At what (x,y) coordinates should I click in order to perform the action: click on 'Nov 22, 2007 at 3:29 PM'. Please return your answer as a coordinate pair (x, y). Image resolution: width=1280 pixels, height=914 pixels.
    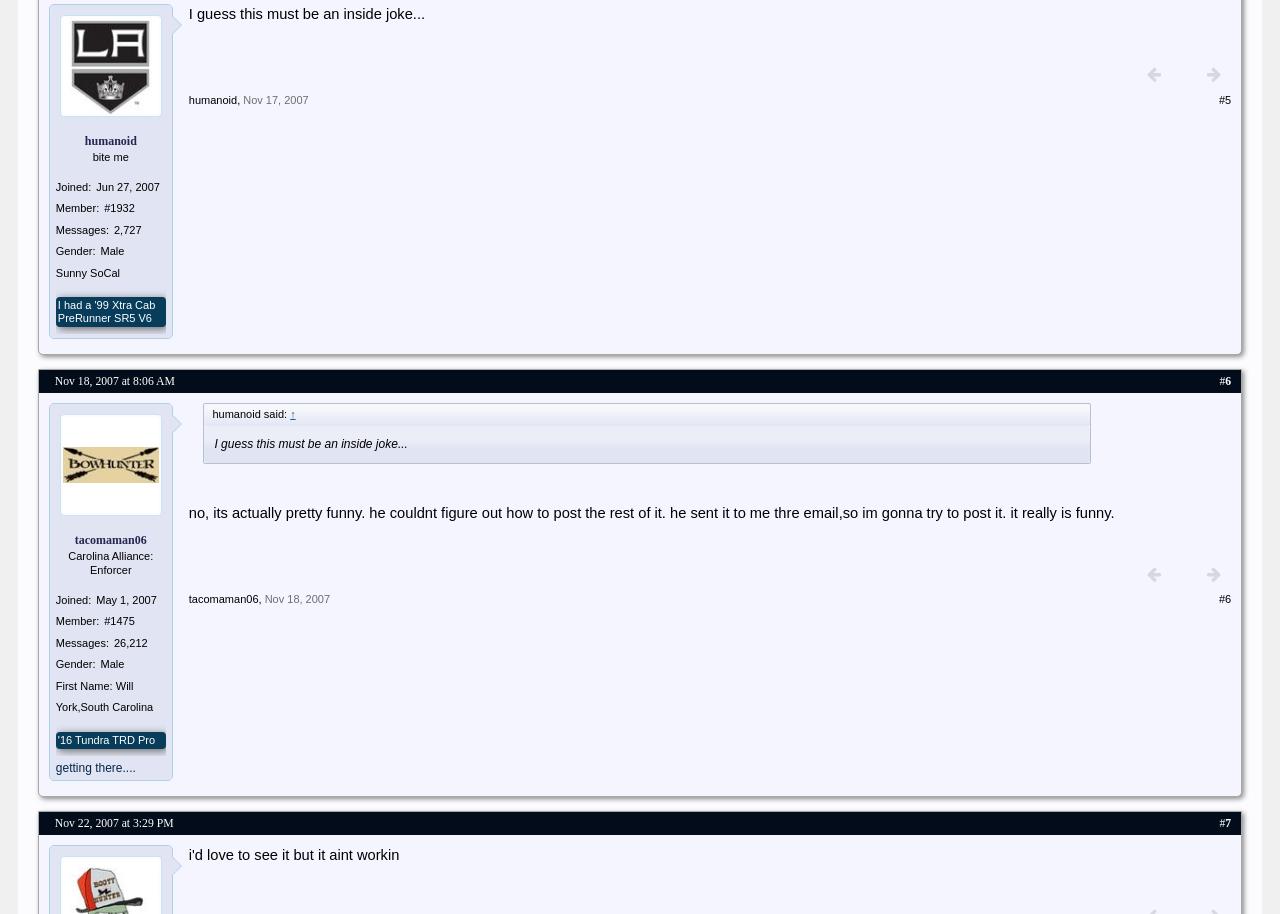
    Looking at the image, I should click on (112, 823).